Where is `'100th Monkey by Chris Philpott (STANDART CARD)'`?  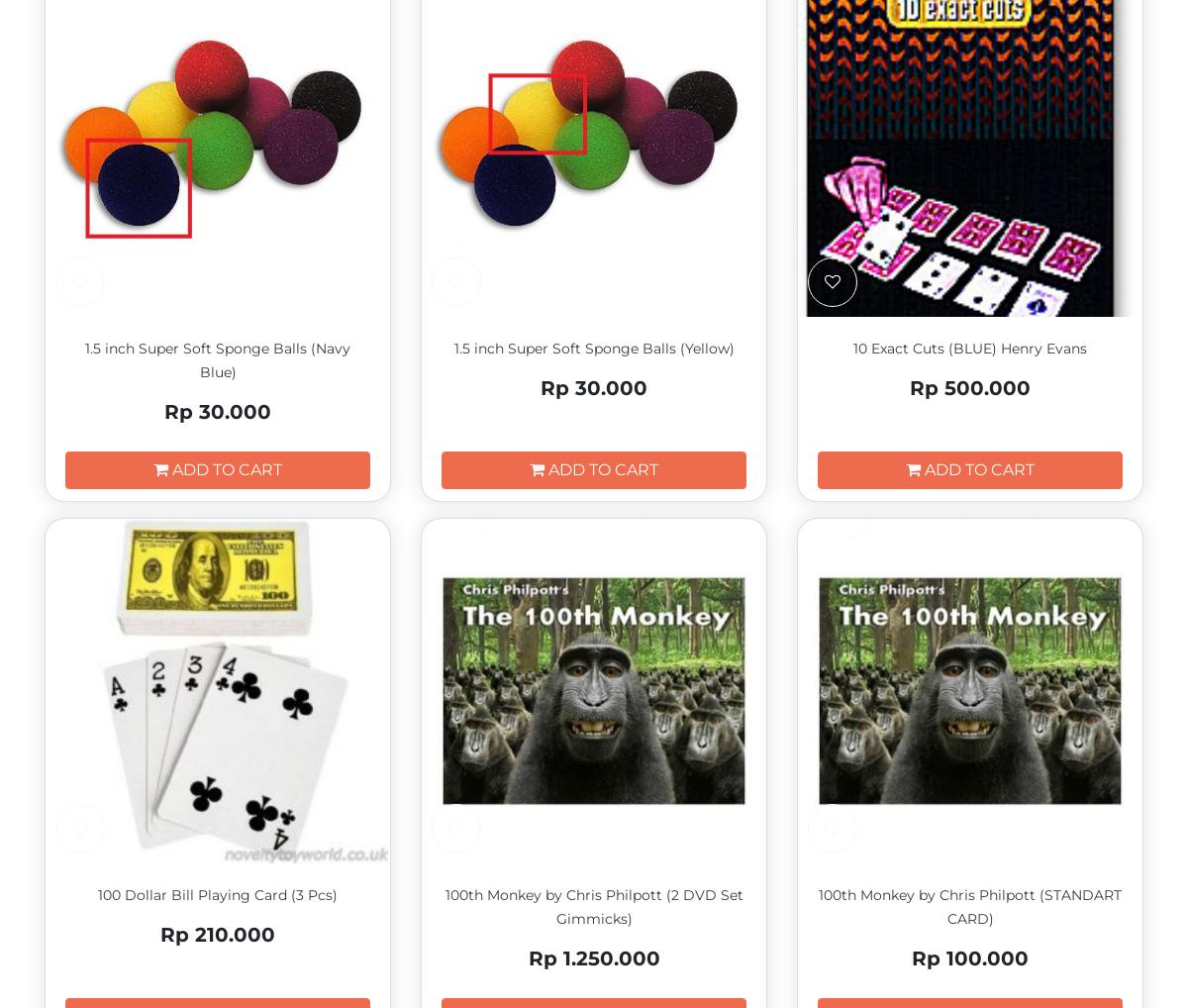
'100th Monkey by Chris Philpott (STANDART CARD)' is located at coordinates (970, 906).